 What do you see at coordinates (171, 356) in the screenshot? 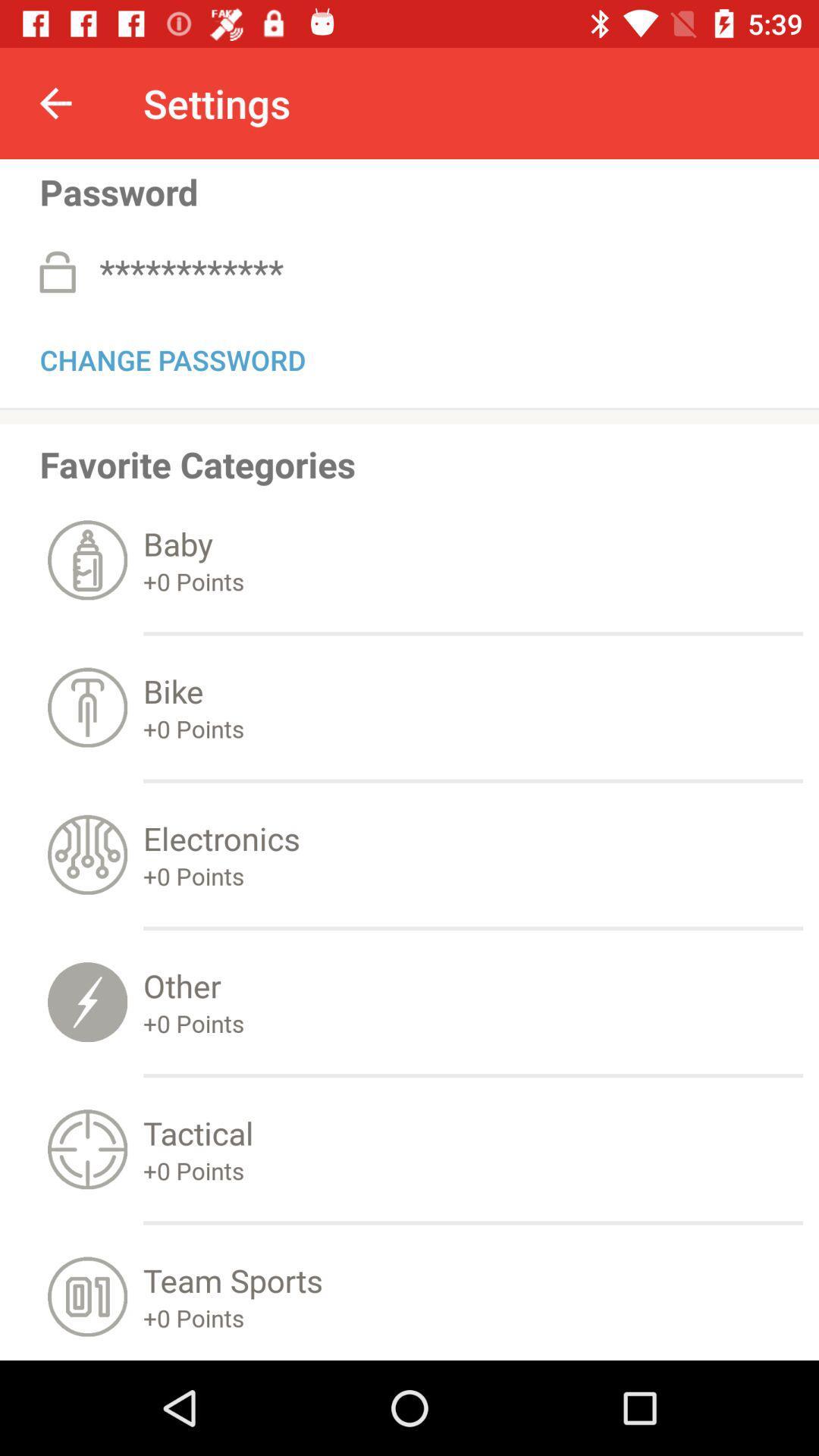
I see `change password item` at bounding box center [171, 356].